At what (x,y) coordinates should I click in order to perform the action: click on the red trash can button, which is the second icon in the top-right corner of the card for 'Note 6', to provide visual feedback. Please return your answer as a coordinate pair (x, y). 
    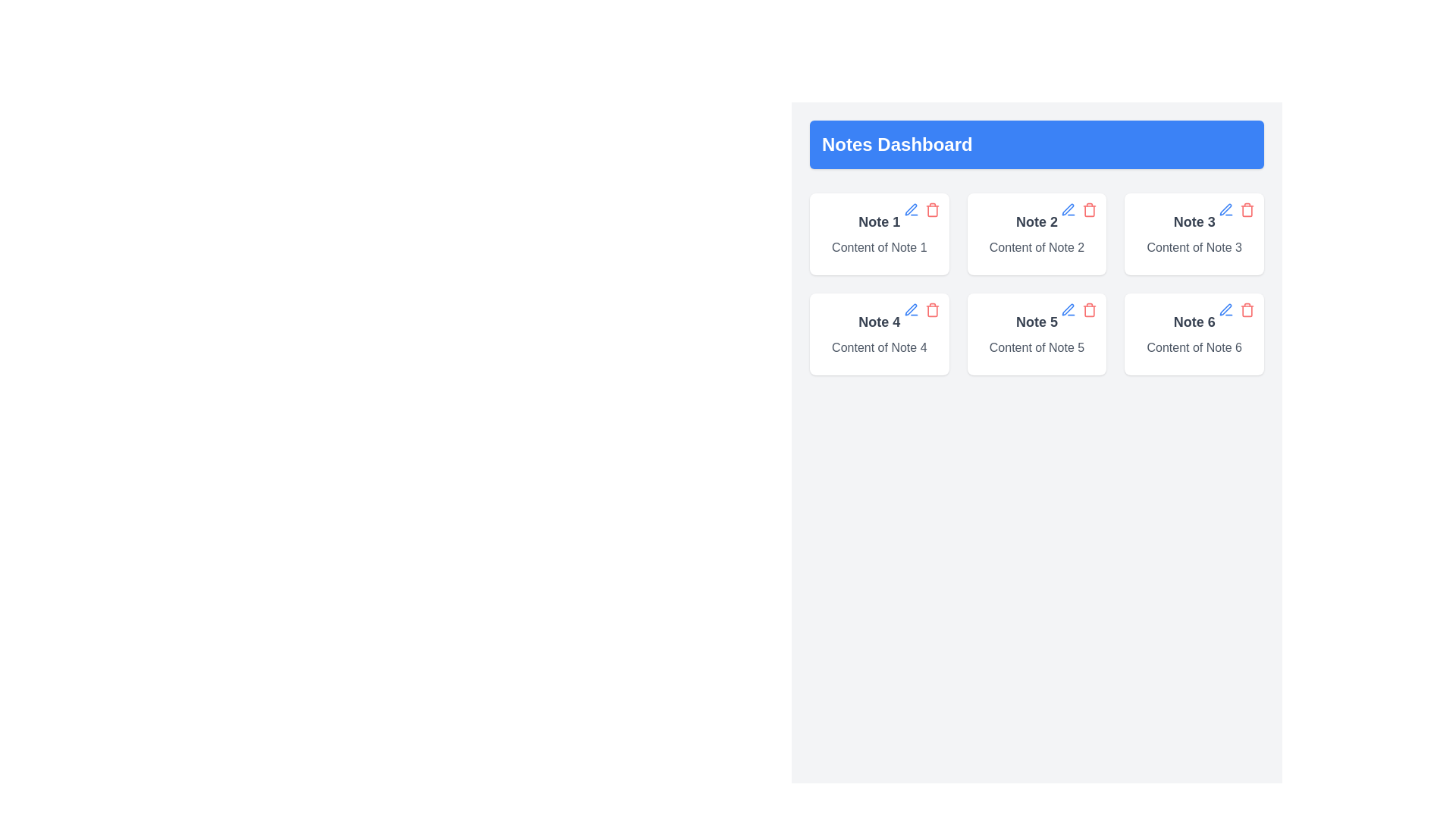
    Looking at the image, I should click on (1247, 309).